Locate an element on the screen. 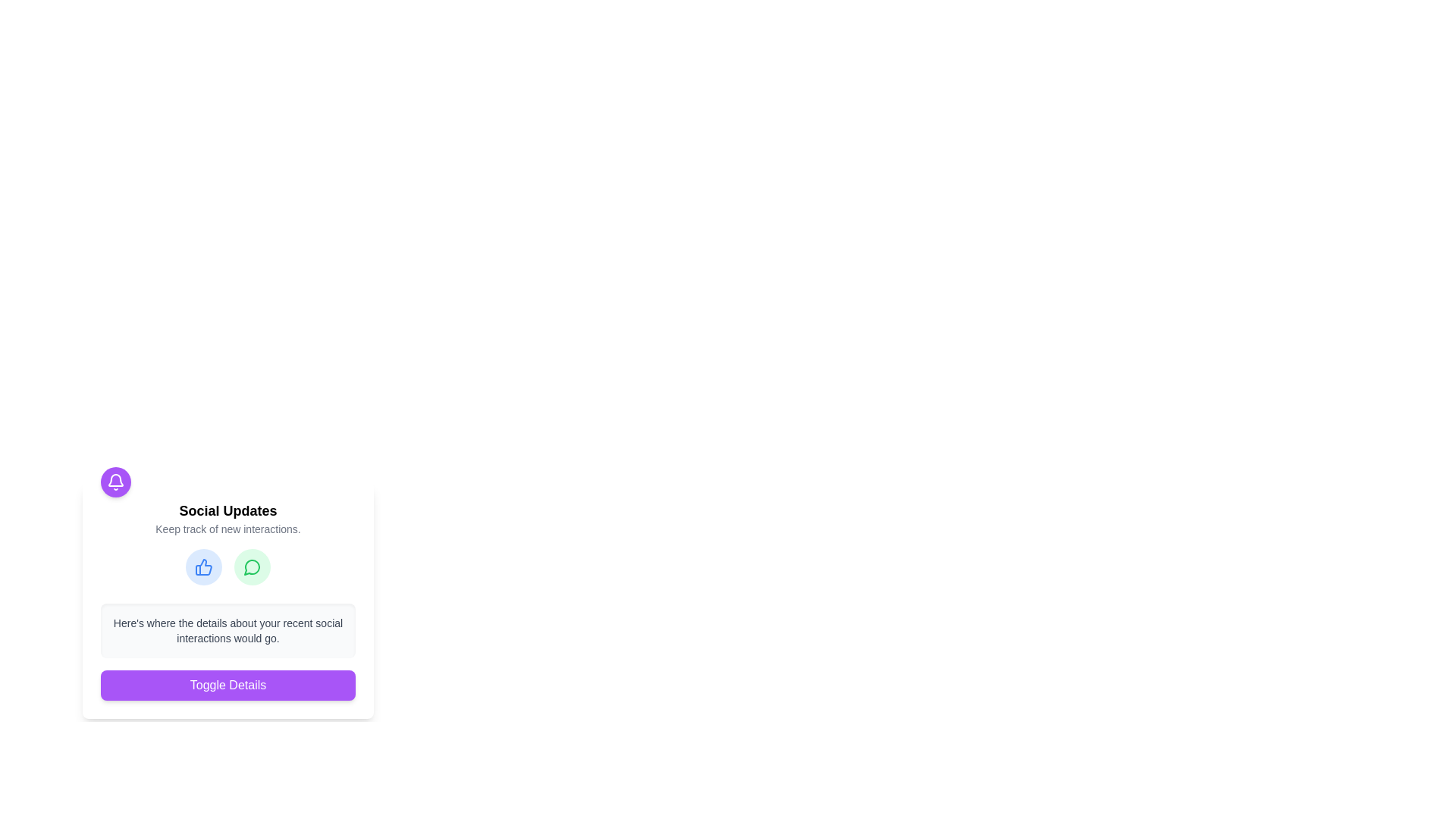 The height and width of the screenshot is (819, 1456). the prominent purple button labeled 'Toggle Details' is located at coordinates (227, 685).